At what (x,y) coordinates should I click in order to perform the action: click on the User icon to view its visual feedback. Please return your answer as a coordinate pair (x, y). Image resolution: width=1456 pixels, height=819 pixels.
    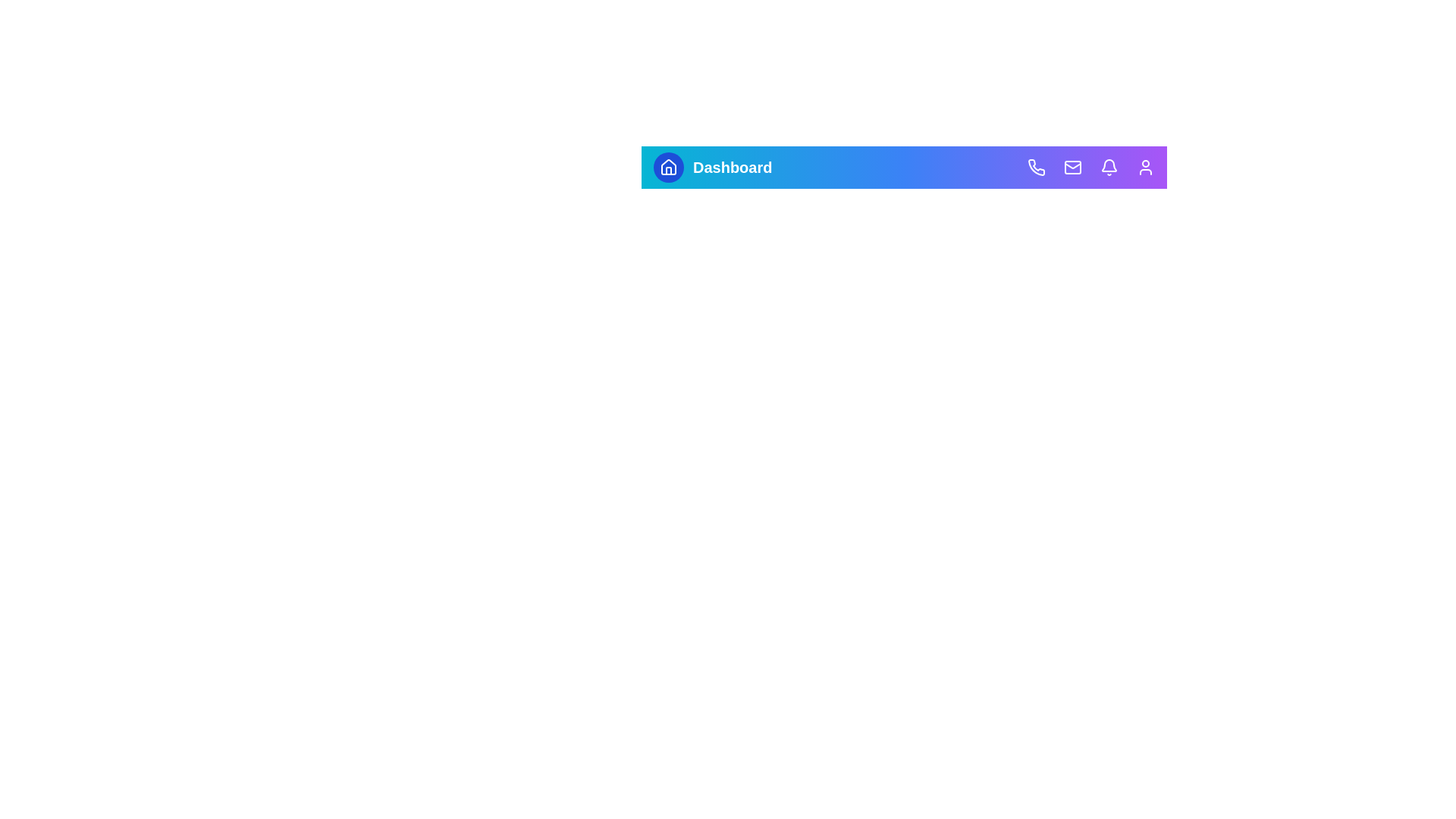
    Looking at the image, I should click on (1146, 167).